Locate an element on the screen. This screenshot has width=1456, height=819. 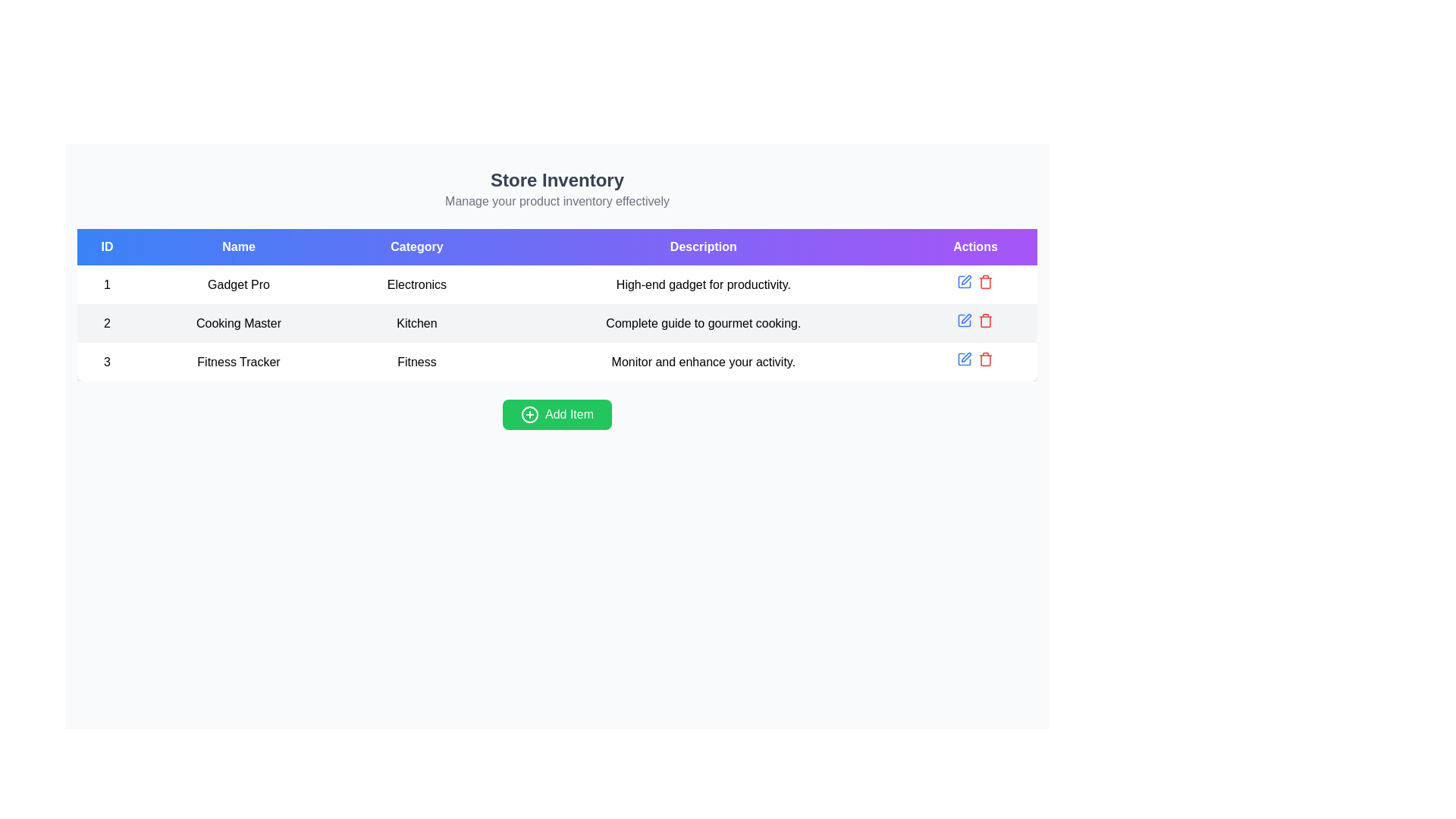
the red trash bin icon button located in the 'Actions' column of the second row, associated with the 'Cooking Master' item is located at coordinates (986, 320).